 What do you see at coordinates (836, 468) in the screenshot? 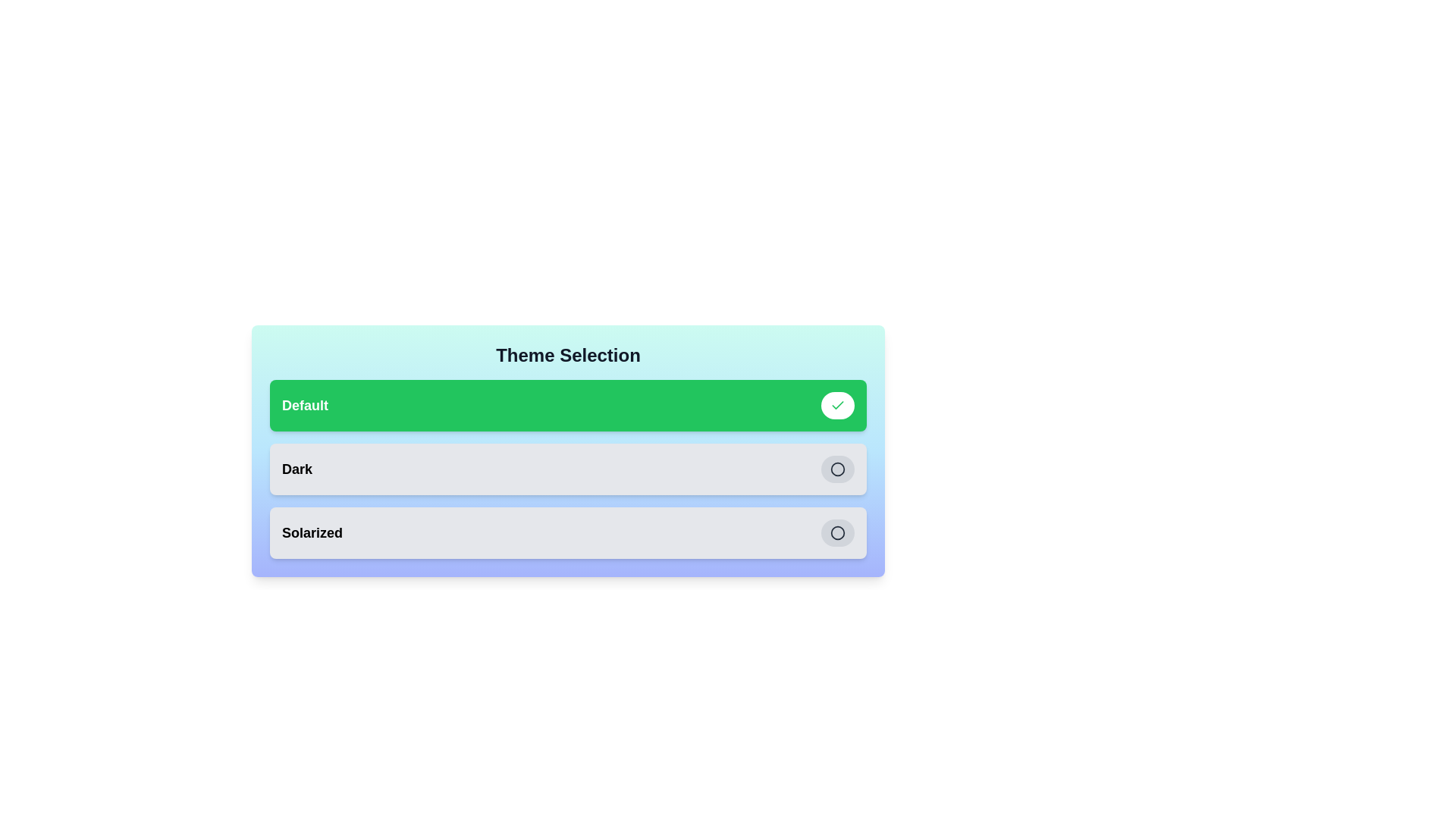
I see `the theme Dark by clicking its corresponding button` at bounding box center [836, 468].